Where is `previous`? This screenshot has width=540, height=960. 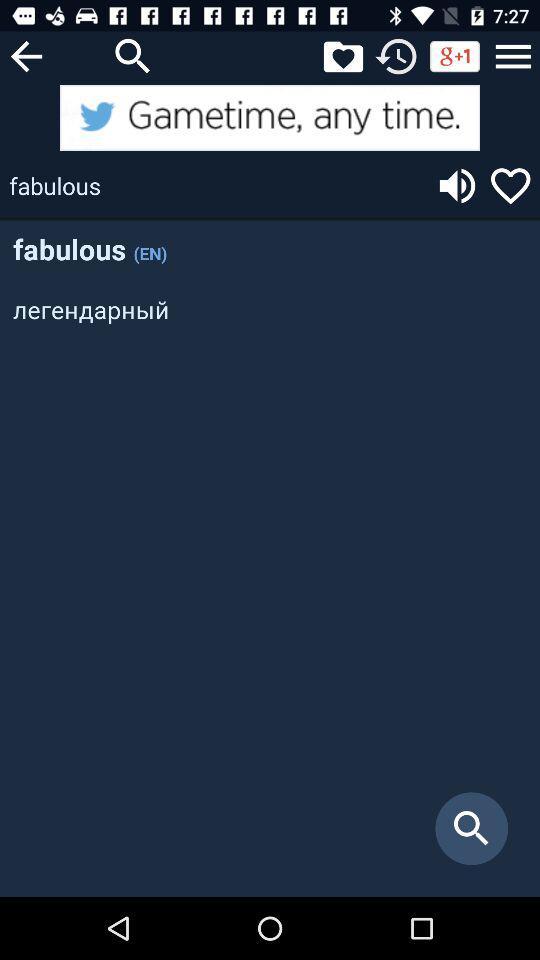
previous is located at coordinates (25, 55).